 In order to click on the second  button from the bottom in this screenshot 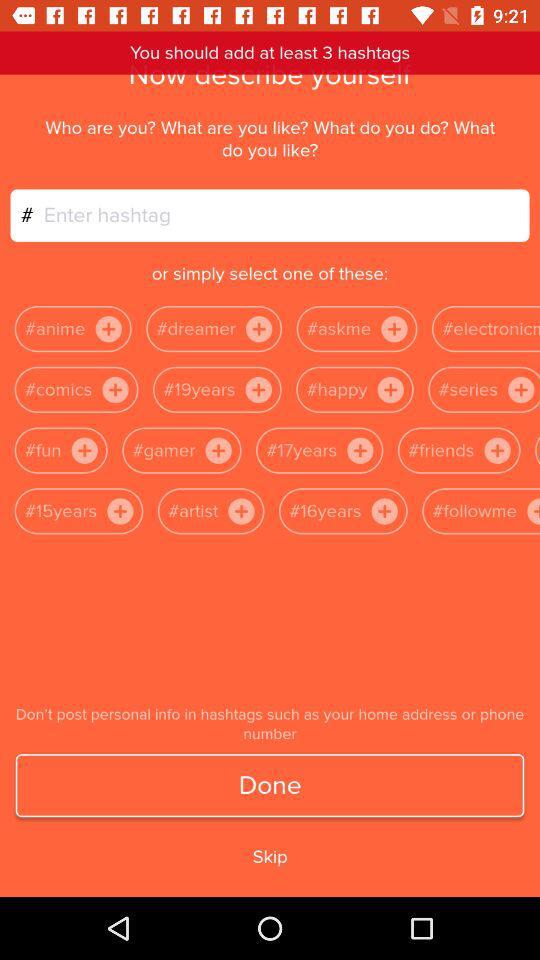, I will do `click(385, 510)`.